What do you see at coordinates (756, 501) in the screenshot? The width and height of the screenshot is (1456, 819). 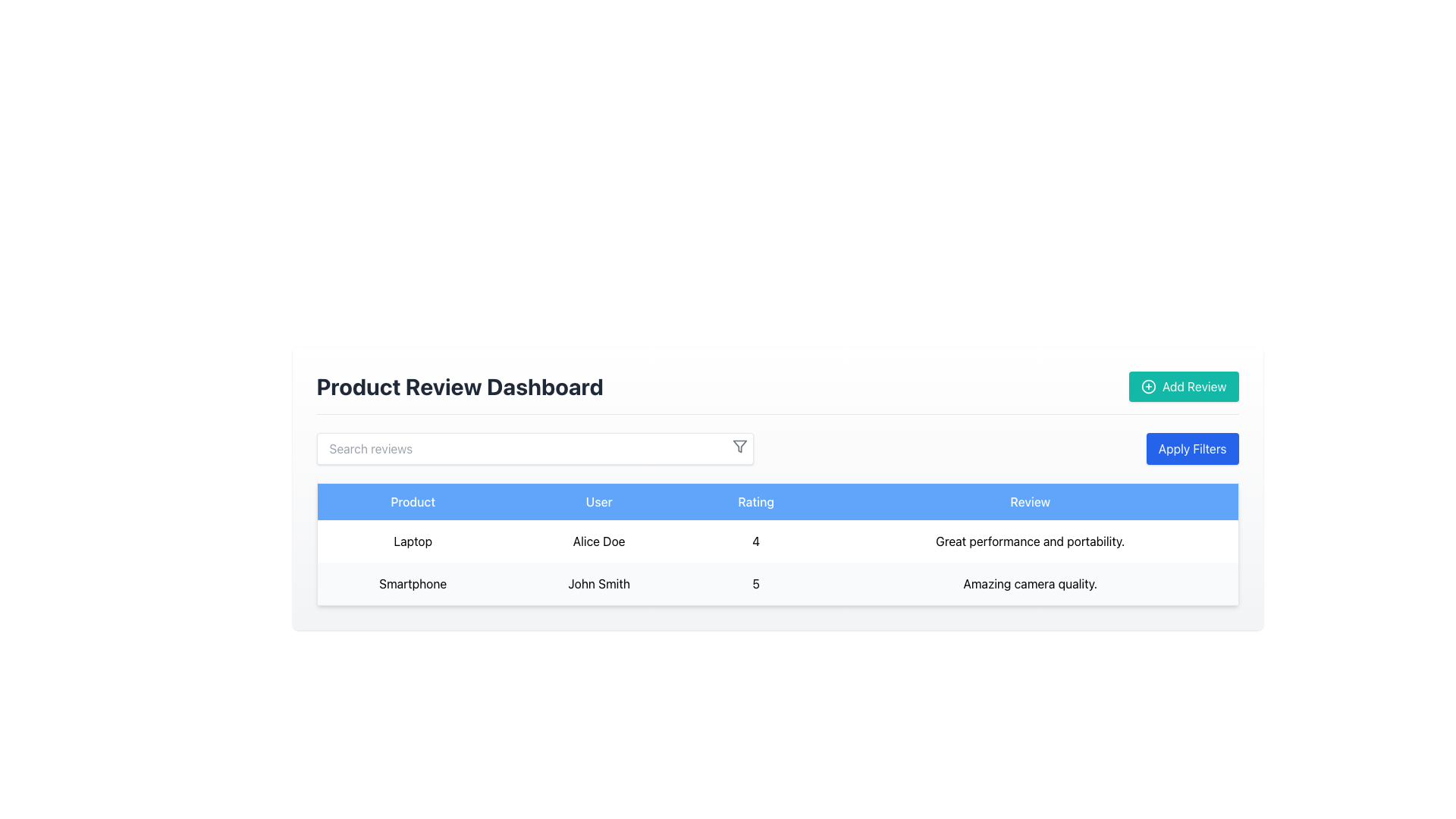 I see `the static text label with the text 'Rating' which is located in the third column header of a four-column table, centered horizontally and vertically against a blue background` at bounding box center [756, 501].